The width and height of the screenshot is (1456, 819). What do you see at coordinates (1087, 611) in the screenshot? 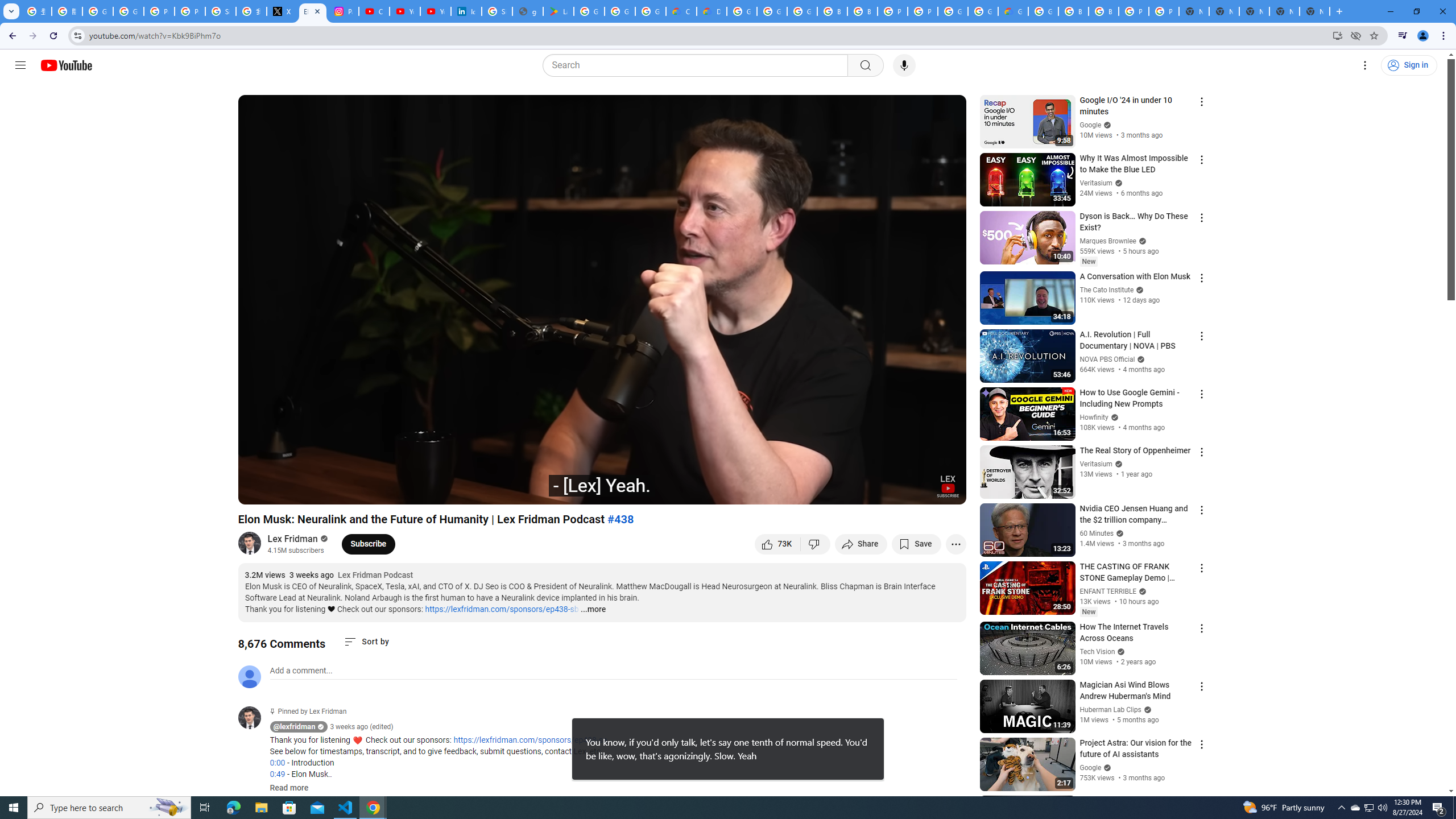
I see `'New'` at bounding box center [1087, 611].